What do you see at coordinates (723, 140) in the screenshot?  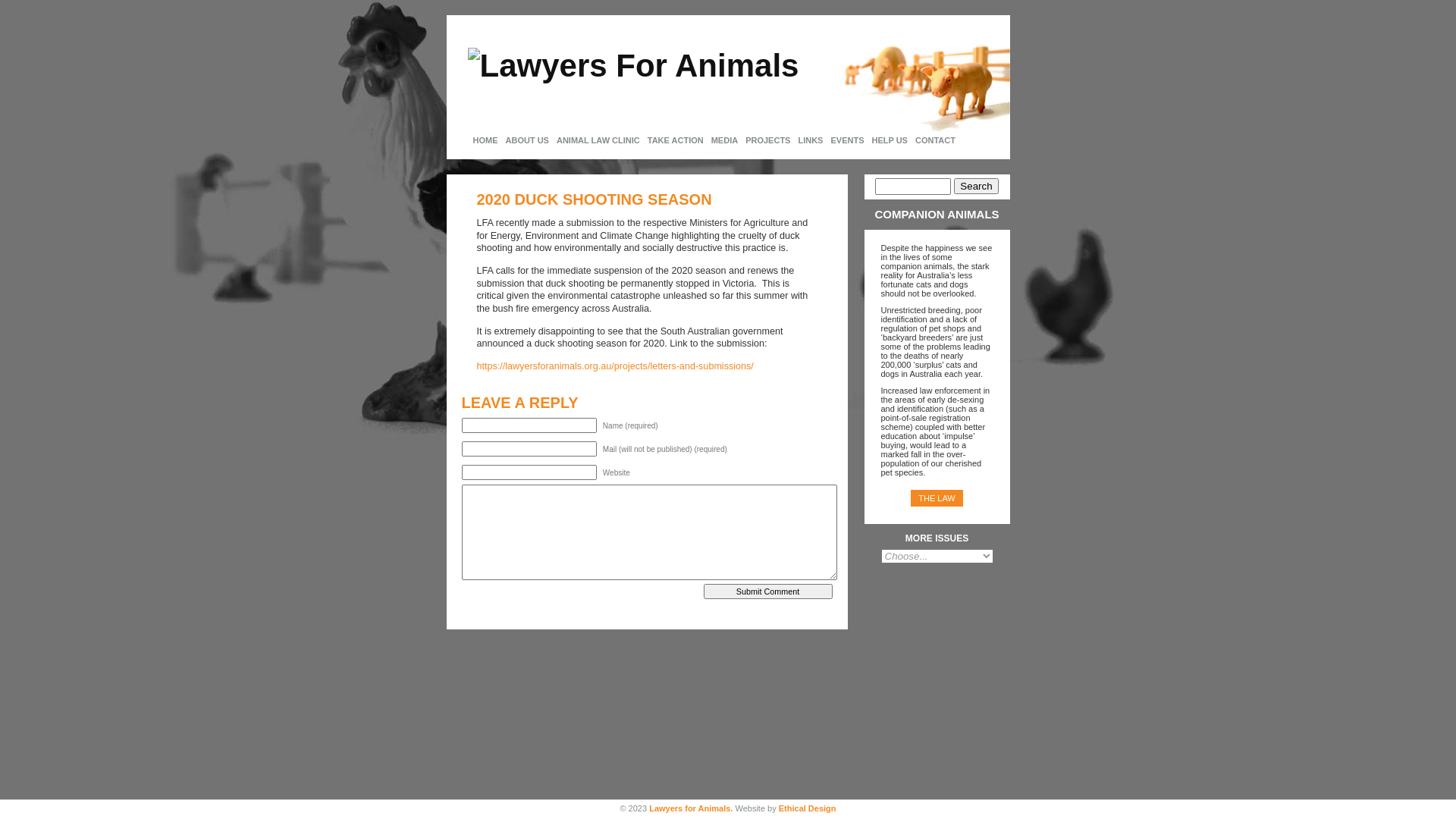 I see `'MEDIA'` at bounding box center [723, 140].